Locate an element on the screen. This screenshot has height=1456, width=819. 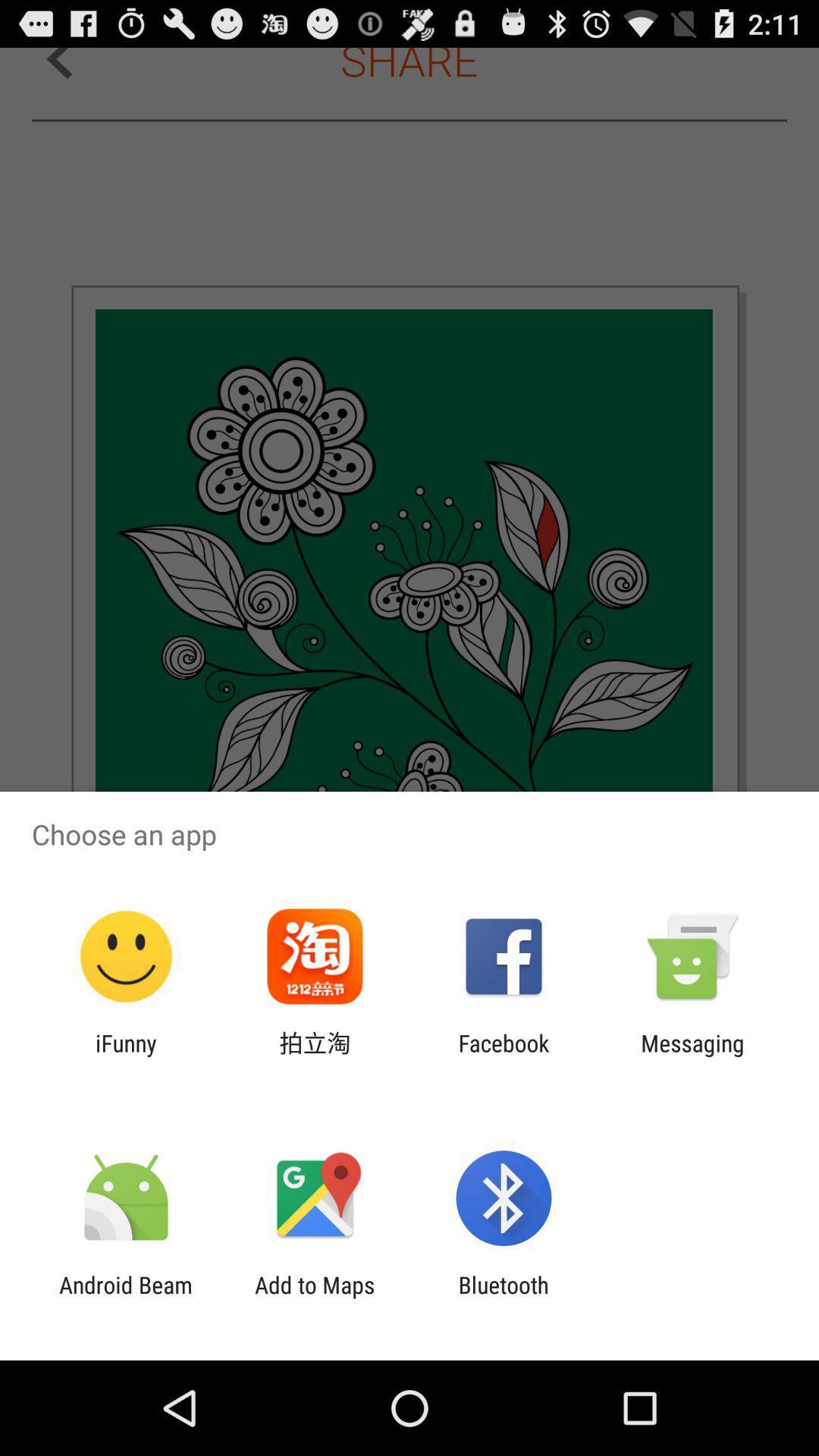
item to the right of the add to maps item is located at coordinates (504, 1298).